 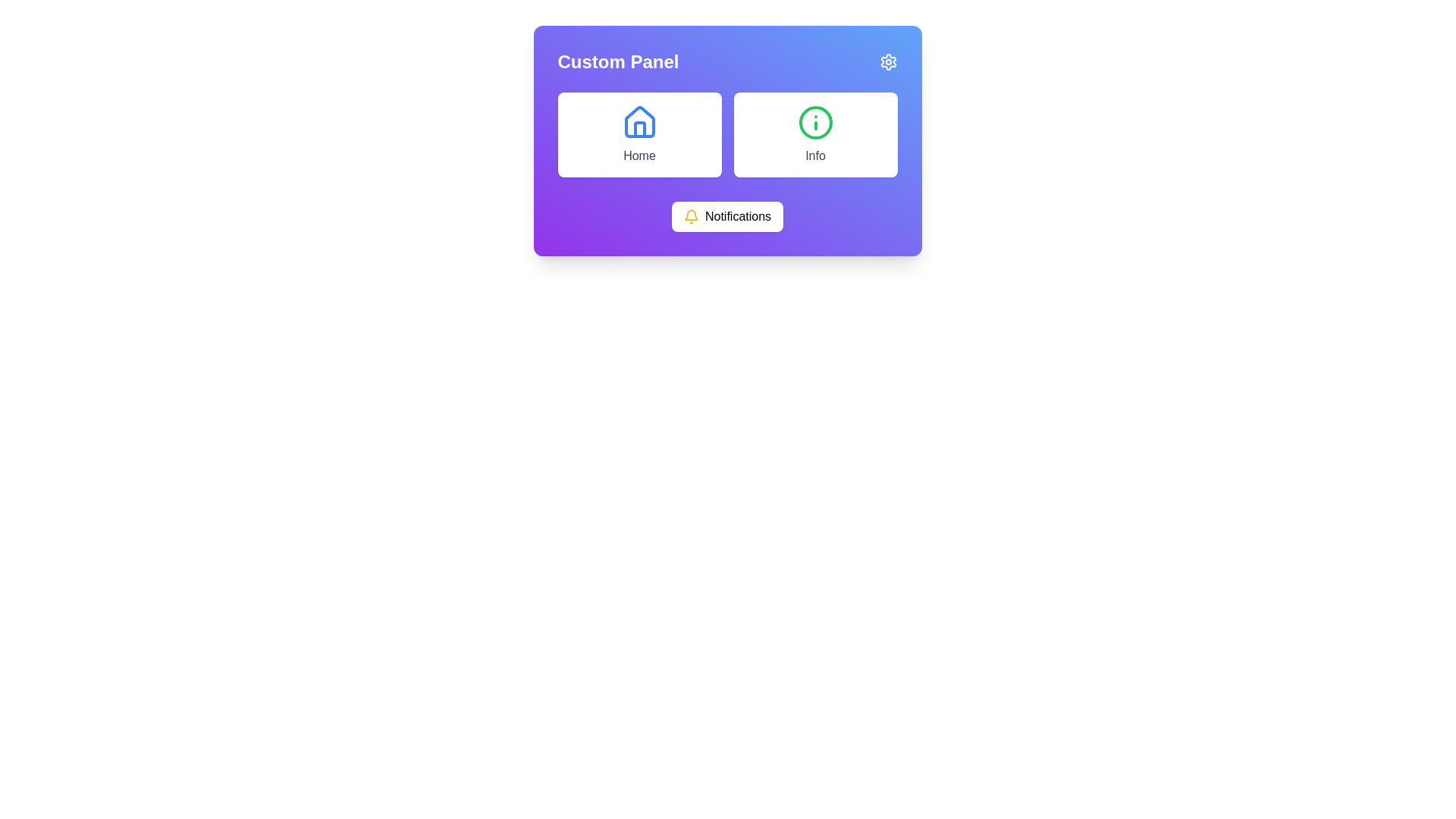 What do you see at coordinates (726, 216) in the screenshot?
I see `the rectangular button labeled 'Notifications' with a yellow bell icon` at bounding box center [726, 216].